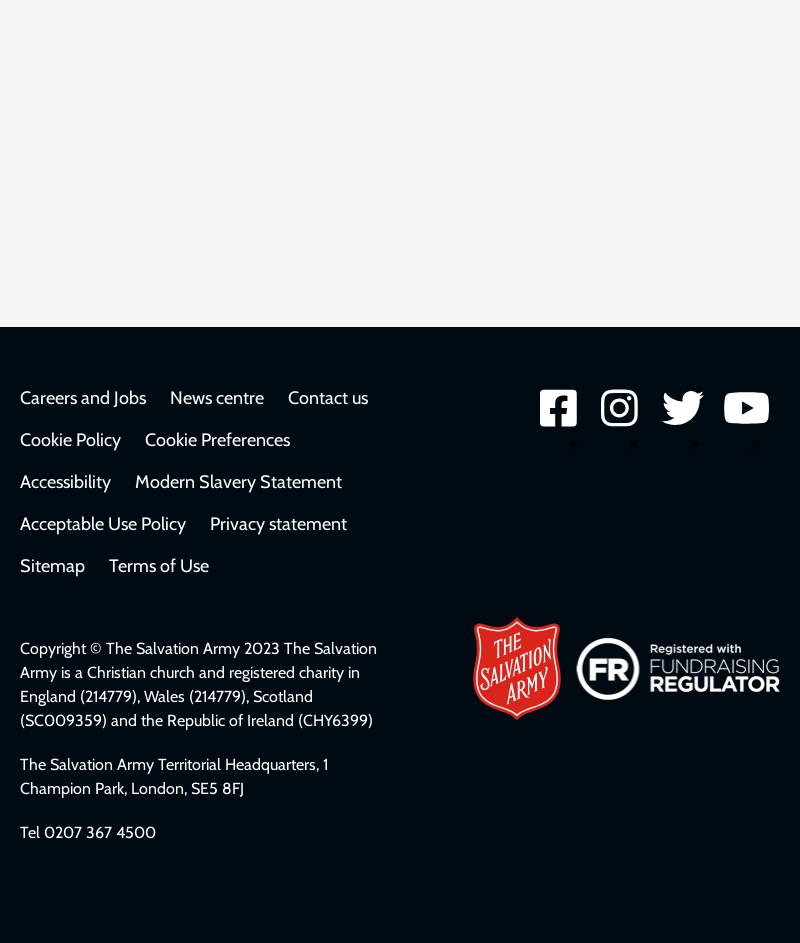 The image size is (800, 943). Describe the element at coordinates (237, 480) in the screenshot. I see `'Modern Slavery Statement'` at that location.